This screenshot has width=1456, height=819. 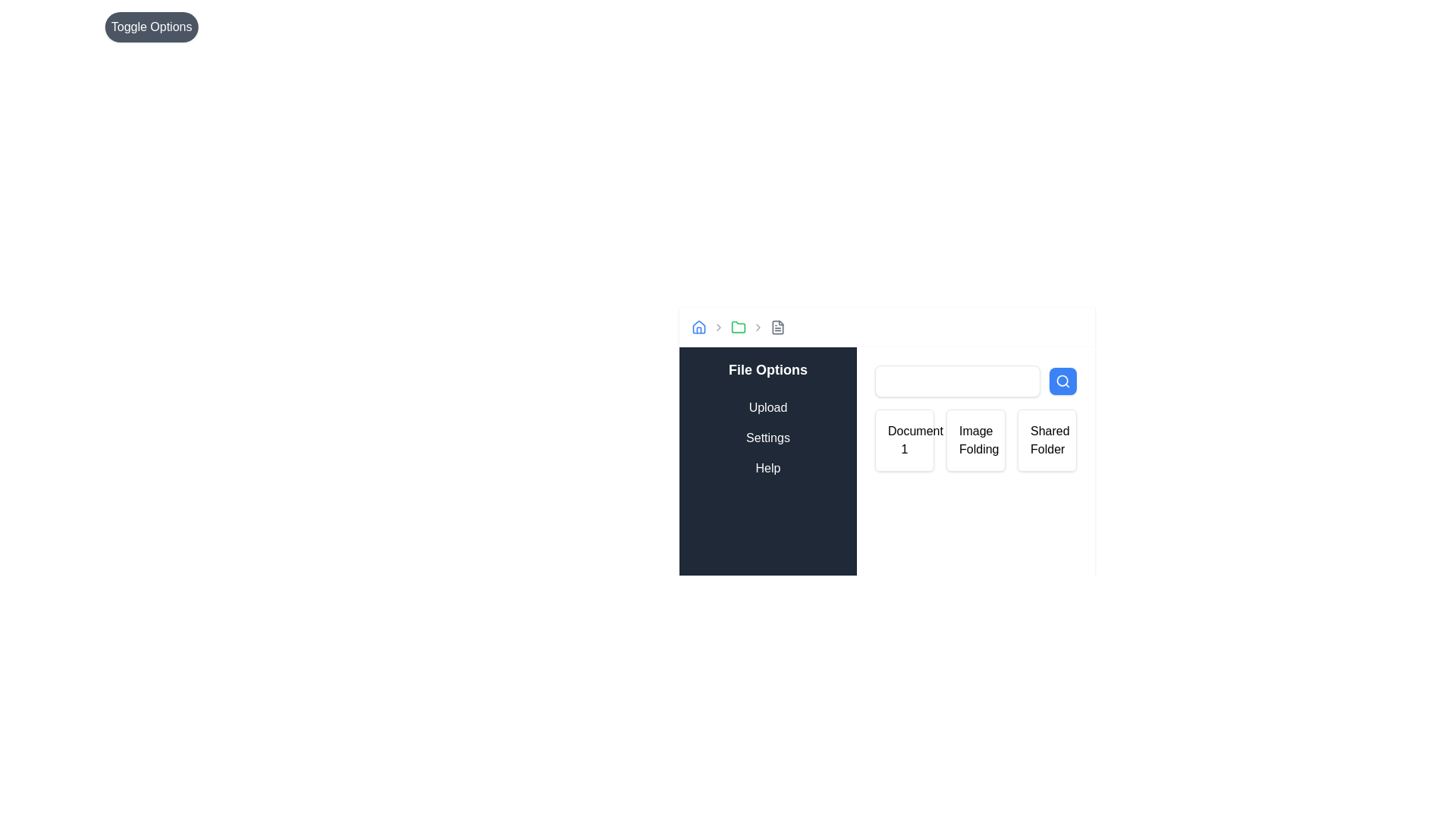 I want to click on the 'Home' icon located at the top-left corner of the horizontal bar for navigation to the main page of the application, so click(x=698, y=327).